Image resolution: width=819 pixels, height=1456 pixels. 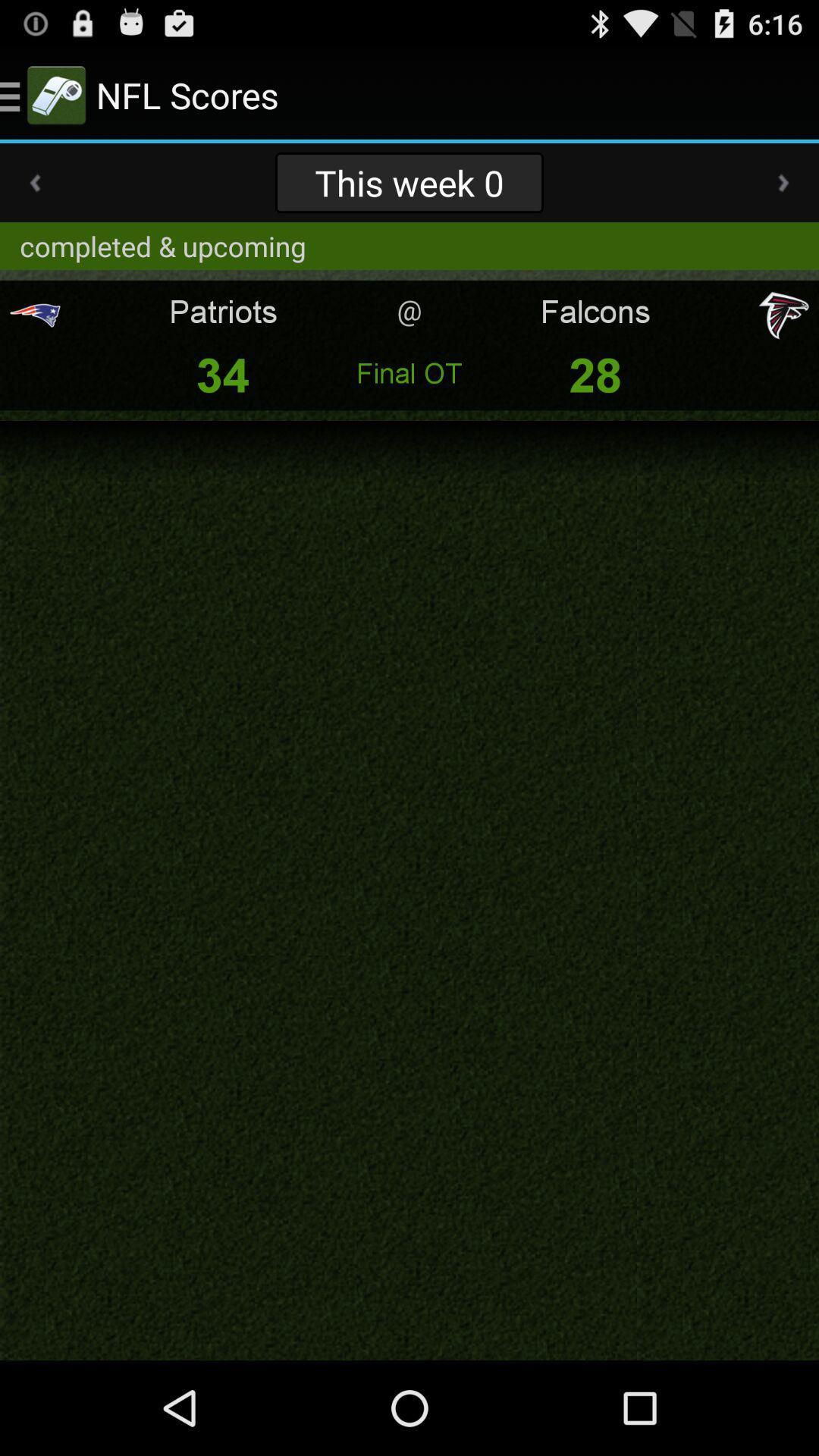 I want to click on app above falcons item, so click(x=783, y=182).